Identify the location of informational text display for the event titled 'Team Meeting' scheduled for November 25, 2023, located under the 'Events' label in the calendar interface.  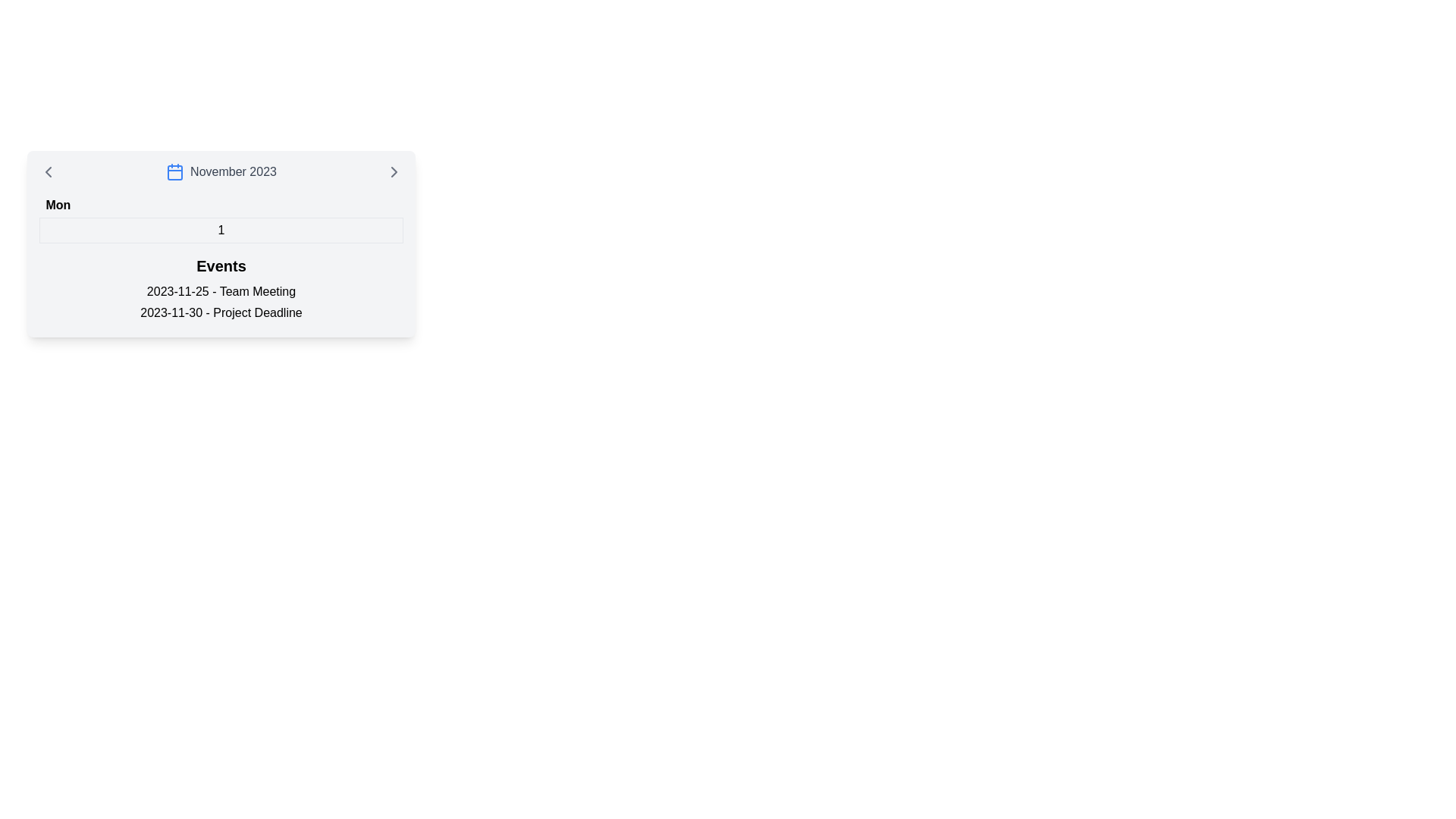
(221, 291).